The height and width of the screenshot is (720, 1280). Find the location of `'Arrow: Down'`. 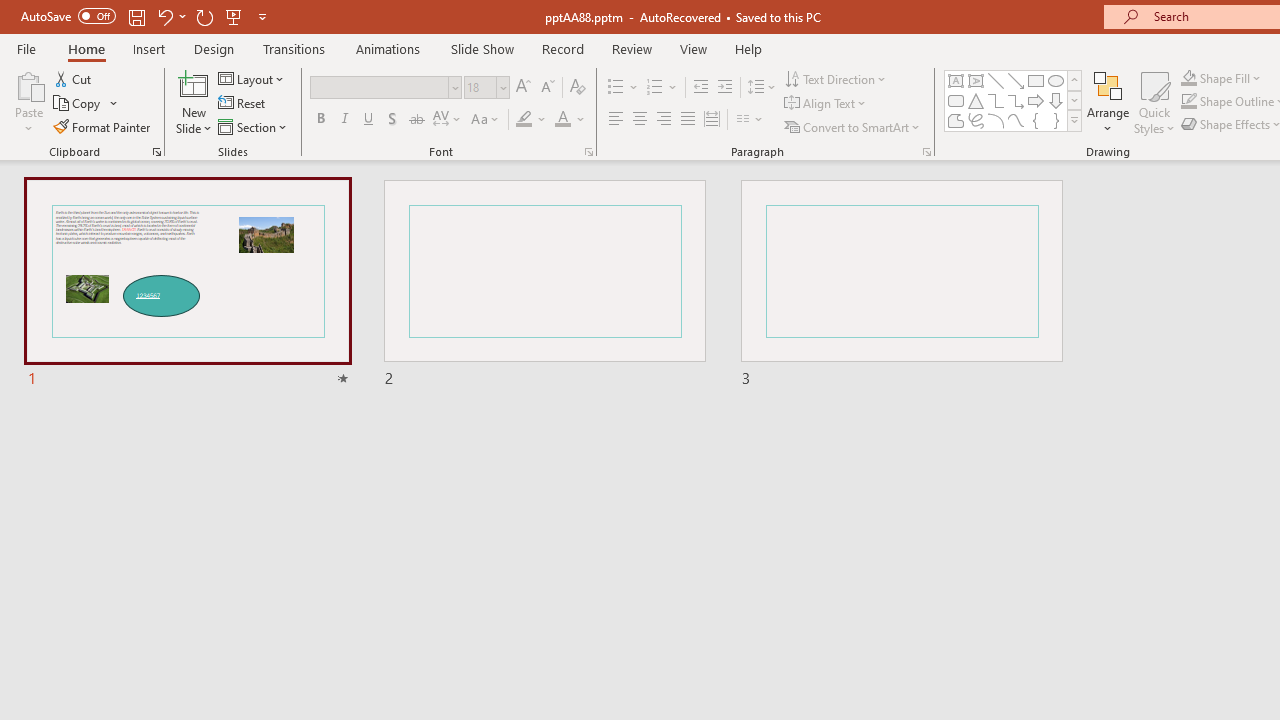

'Arrow: Down' is located at coordinates (1055, 100).